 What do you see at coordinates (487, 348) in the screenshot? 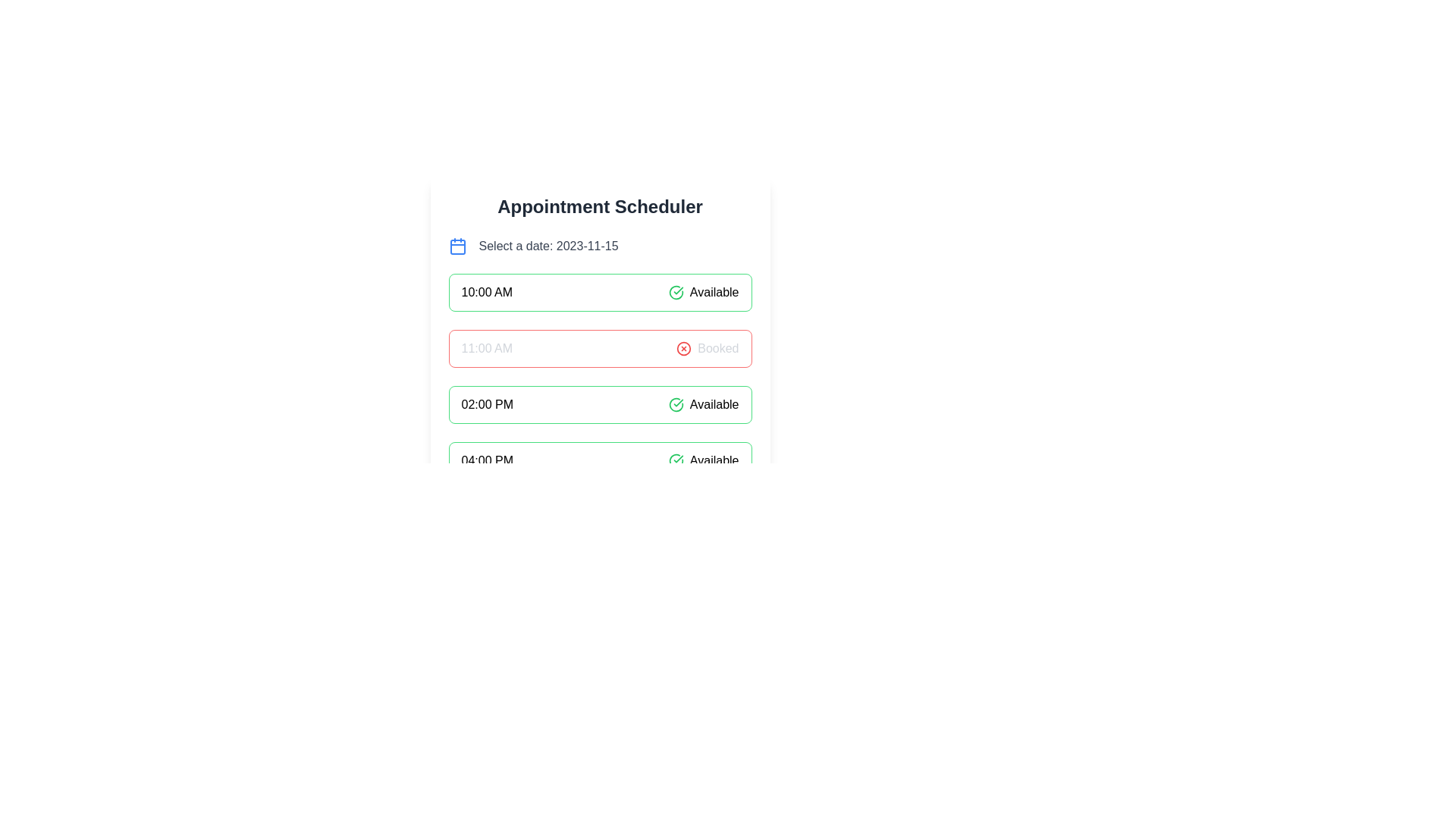
I see `the static text label indicating the time slot '11:00 AM' in the scheduler interface, which is located within a card component and is positioned near the top left of the card, adjacent to other elements like the 'Booked' label` at bounding box center [487, 348].